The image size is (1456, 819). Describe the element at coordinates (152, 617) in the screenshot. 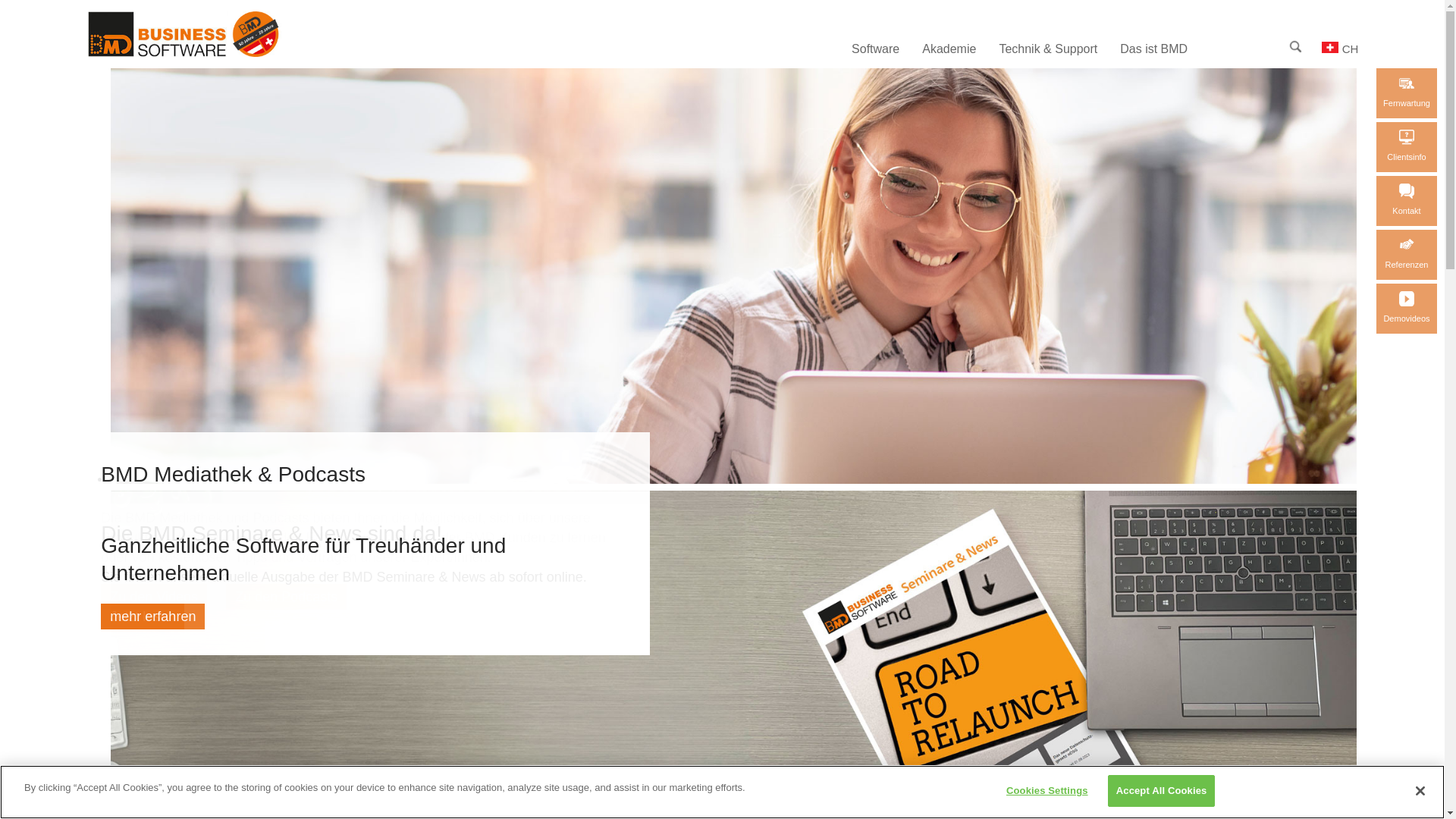

I see `'mehr erfahren'` at that location.